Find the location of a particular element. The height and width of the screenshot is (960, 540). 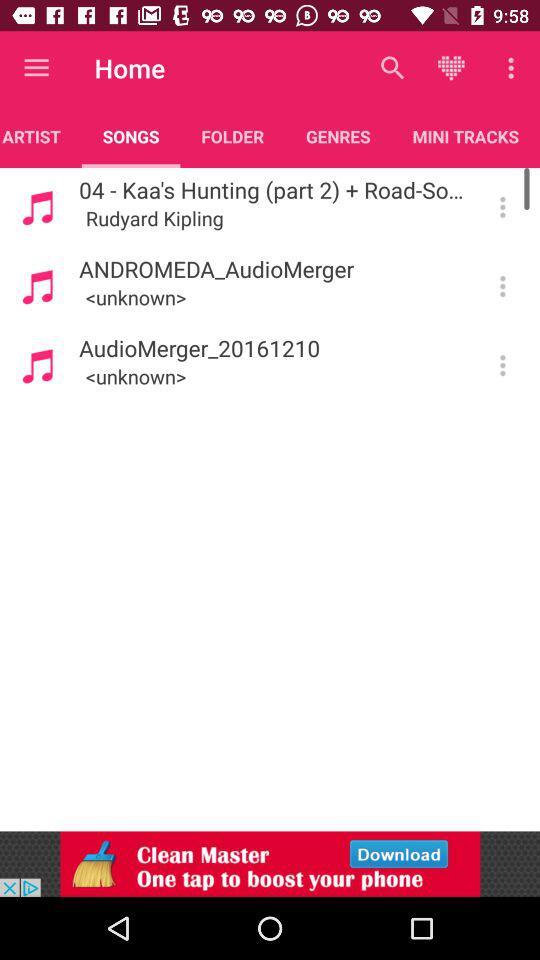

click on advertisement is located at coordinates (270, 863).